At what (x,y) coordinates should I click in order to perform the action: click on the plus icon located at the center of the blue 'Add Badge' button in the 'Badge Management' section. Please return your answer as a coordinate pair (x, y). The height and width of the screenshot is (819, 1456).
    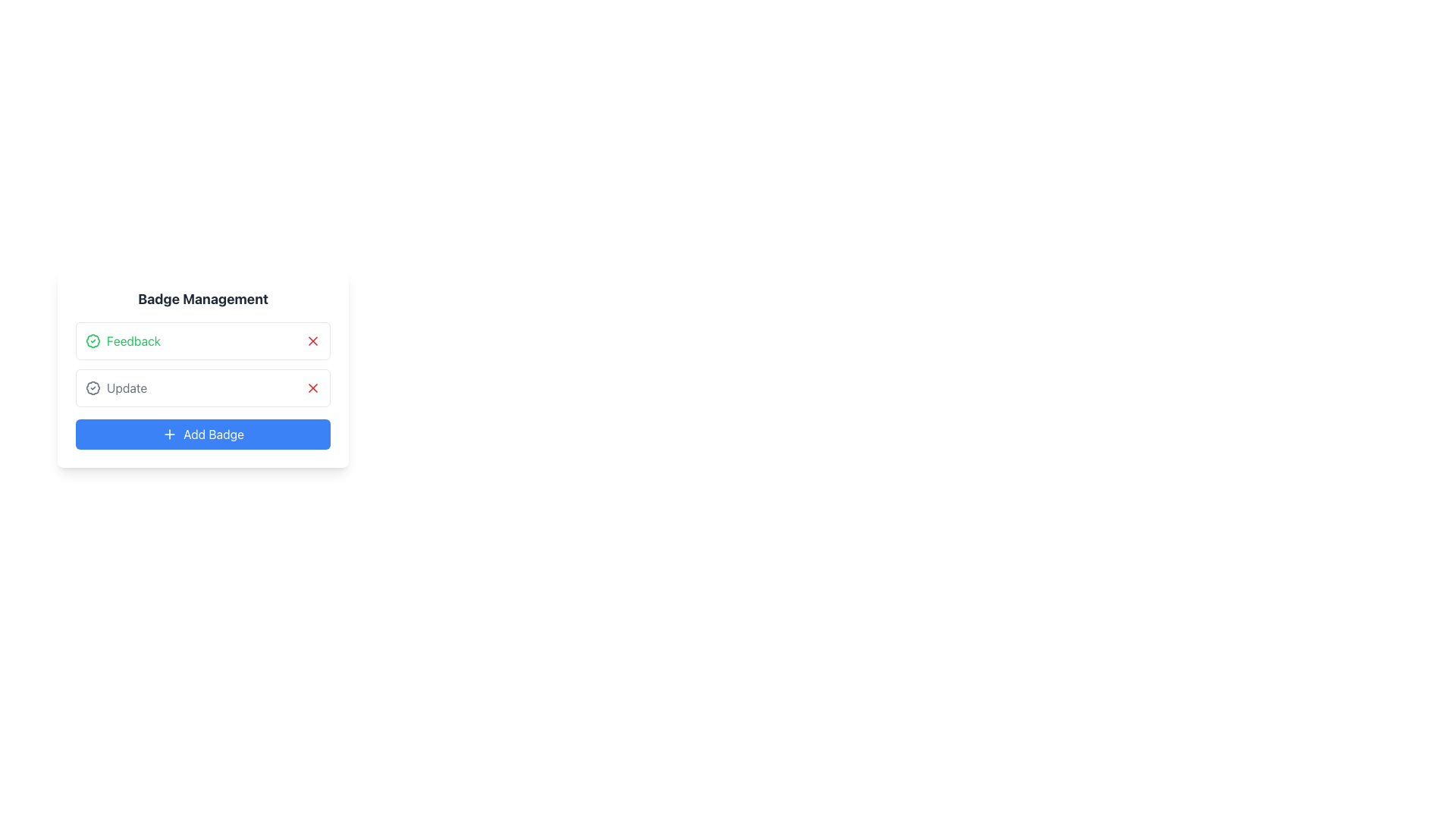
    Looking at the image, I should click on (170, 435).